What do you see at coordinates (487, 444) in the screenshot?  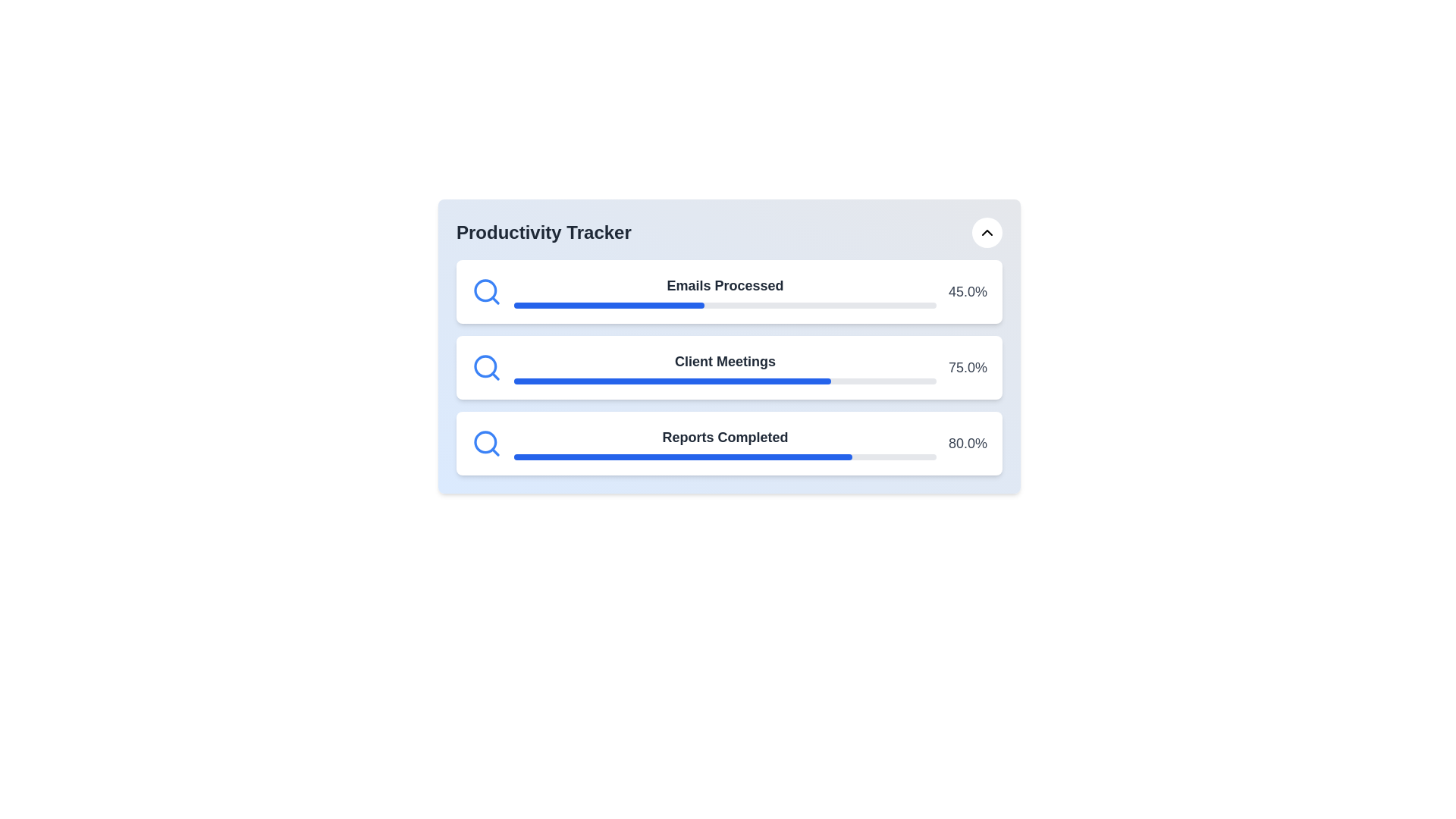 I see `the blue search icon with a magnifying glass design located at the left side of the 'Reports Completed' section in the 'Productivity Tracker' widget to initiate a search action` at bounding box center [487, 444].